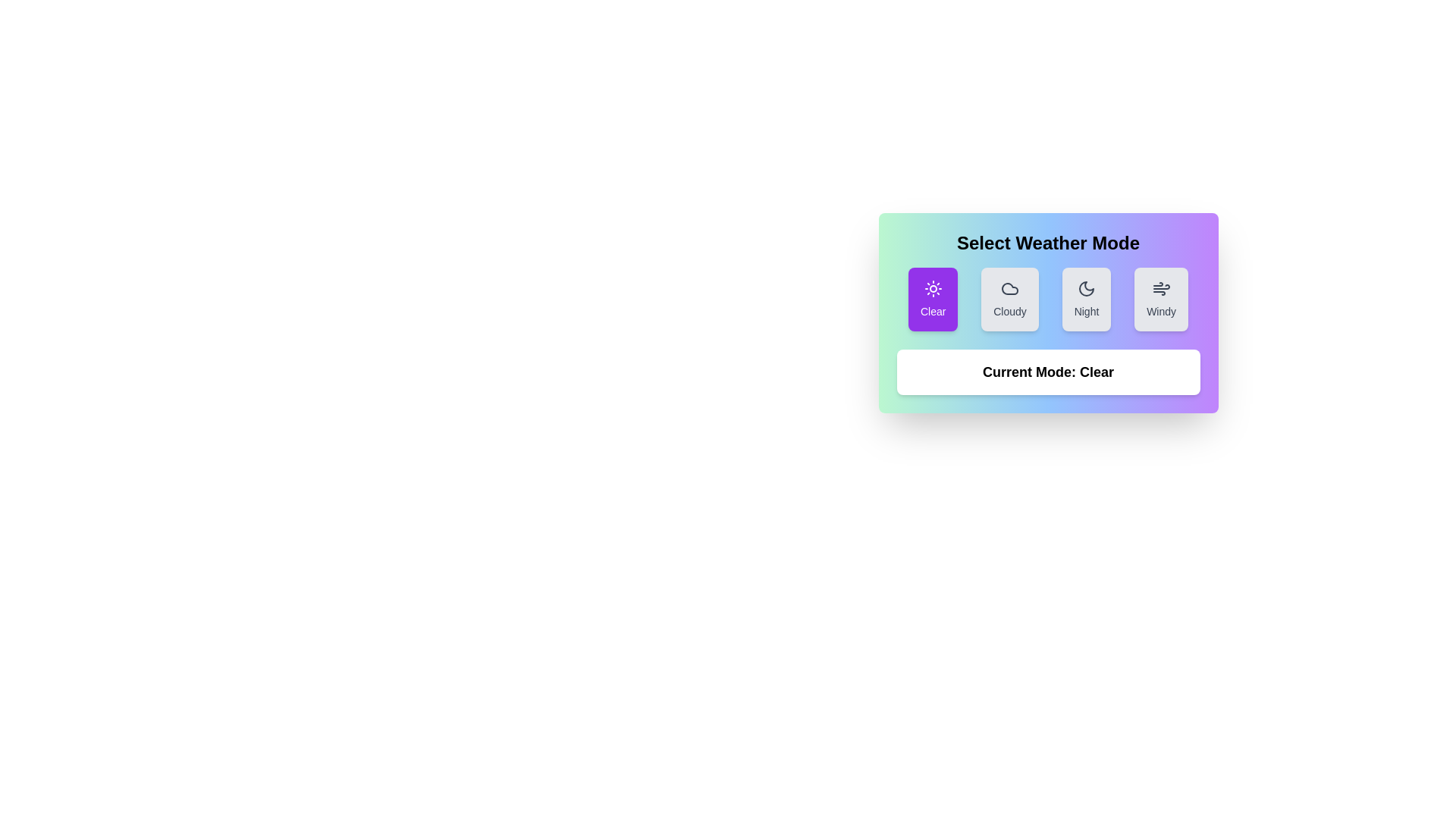 The height and width of the screenshot is (819, 1456). What do you see at coordinates (932, 311) in the screenshot?
I see `the 'Clear' text label button, which indicates the 'Clear' weather mode option, to trigger its hover effects` at bounding box center [932, 311].